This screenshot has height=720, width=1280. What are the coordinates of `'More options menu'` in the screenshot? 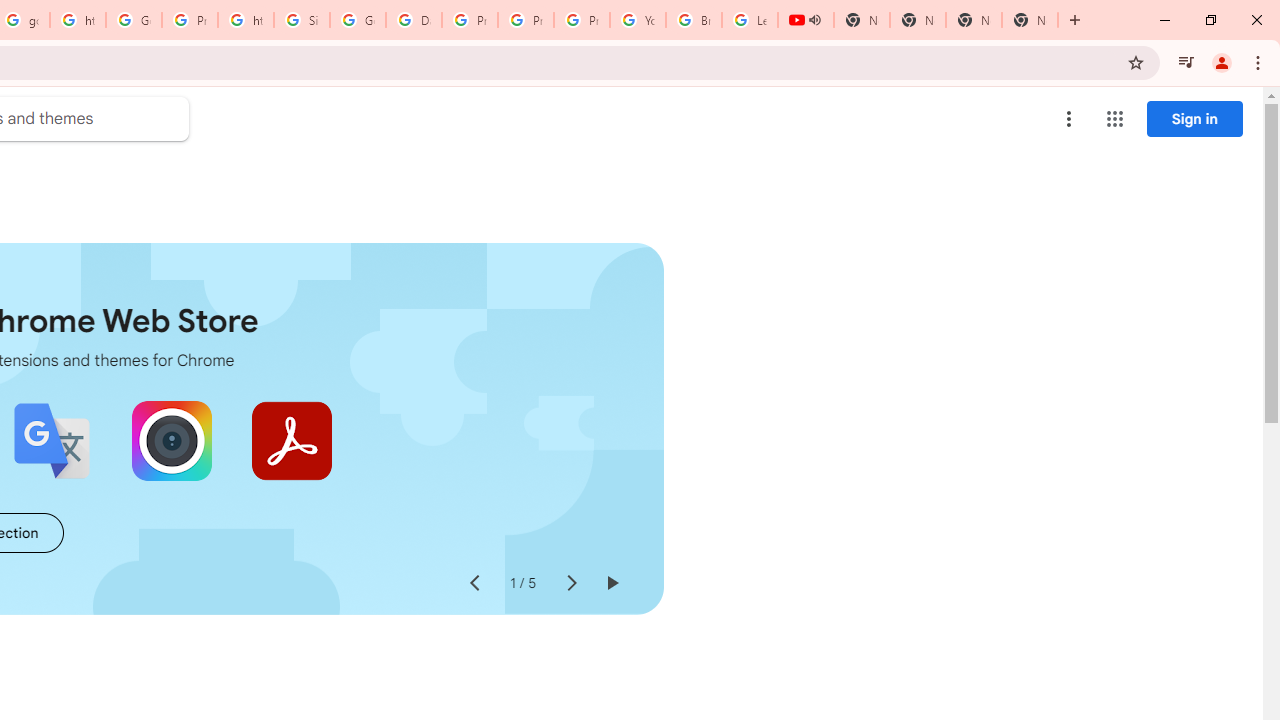 It's located at (1068, 119).